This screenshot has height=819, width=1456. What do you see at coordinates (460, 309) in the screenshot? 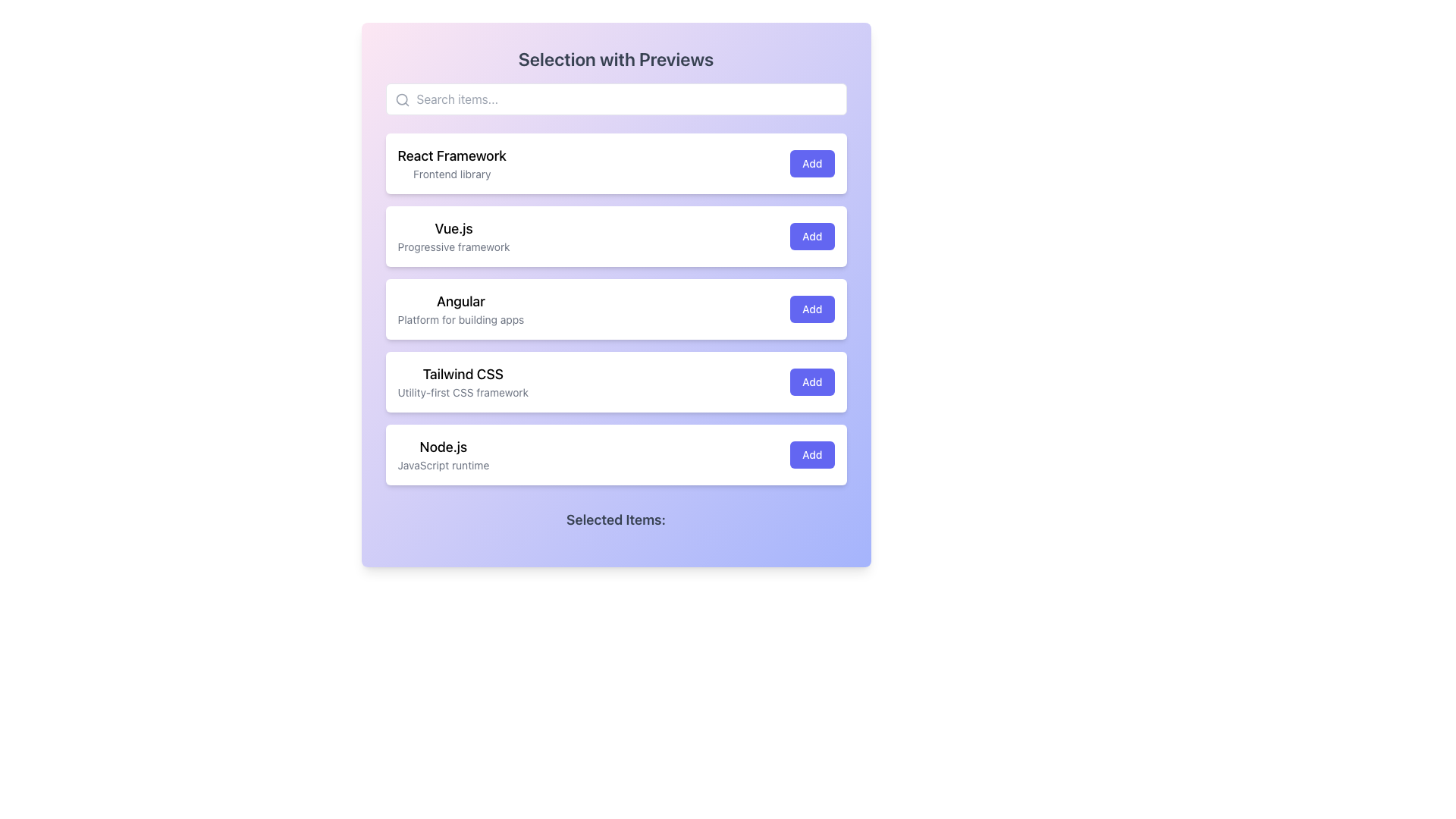
I see `the text block containing the title and subtitle pair labeled 'Angular' which is positioned within the third entry of a vertically stacked list of items` at bounding box center [460, 309].